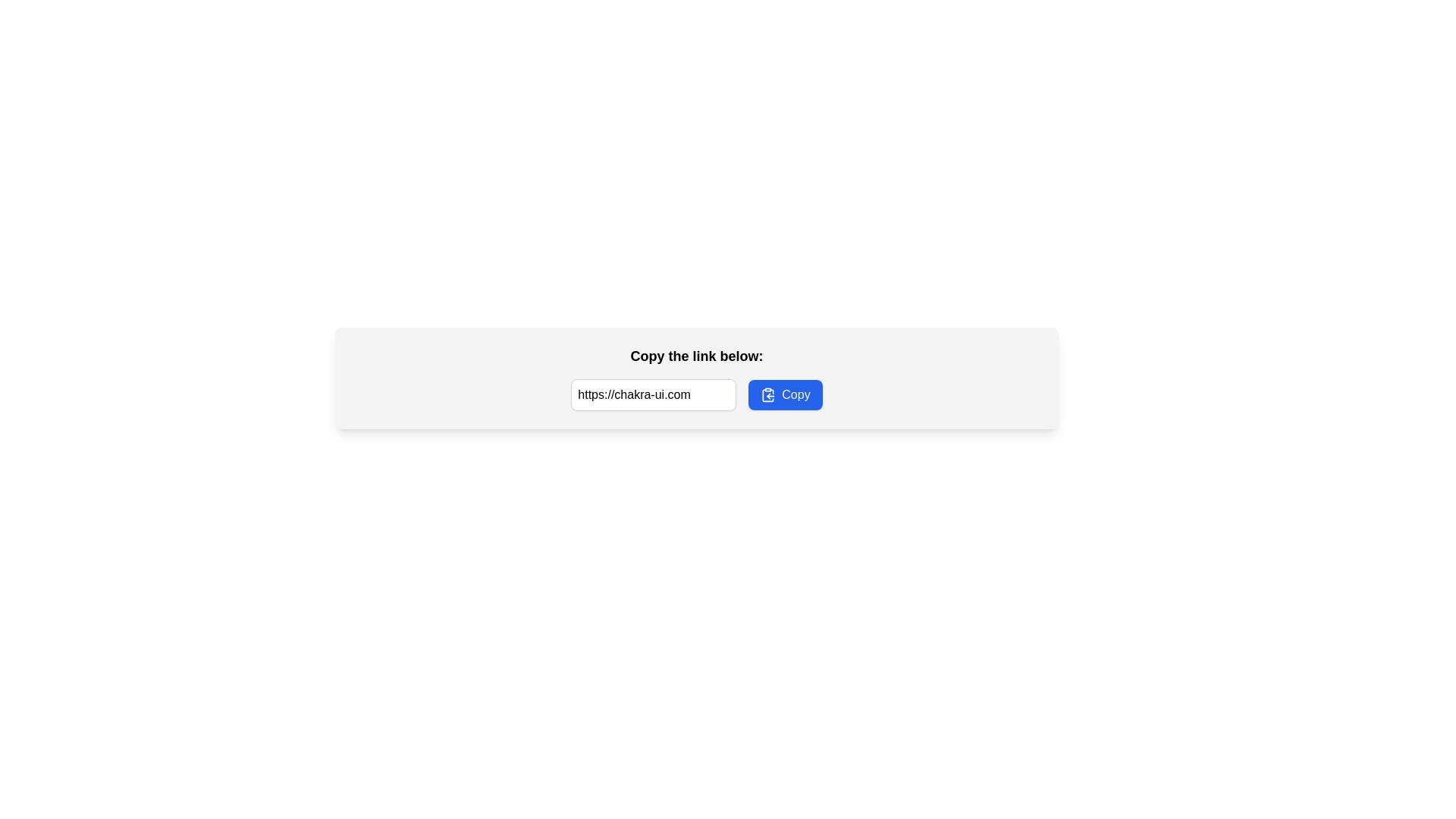  I want to click on the copy icon located inside the 'Copy' button, which is positioned to the left of the text within the button and on the right side of the text input field, so click(768, 394).